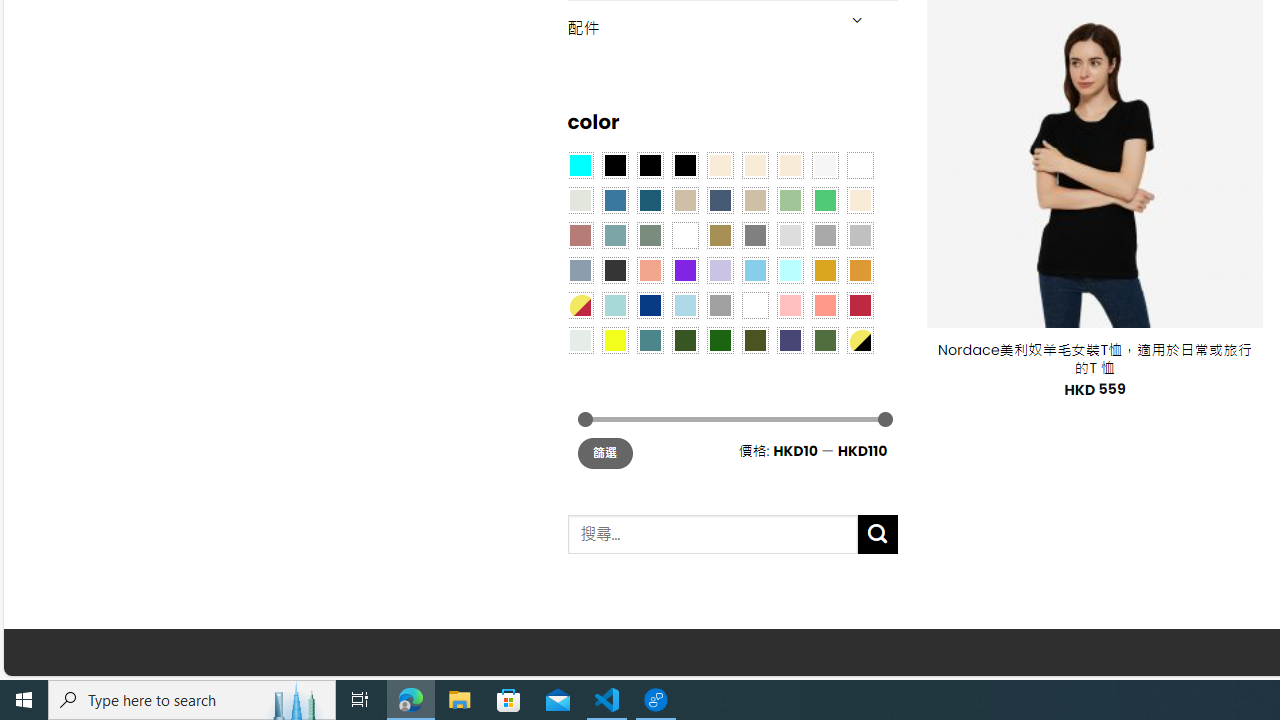  I want to click on 'Cream', so click(788, 163).